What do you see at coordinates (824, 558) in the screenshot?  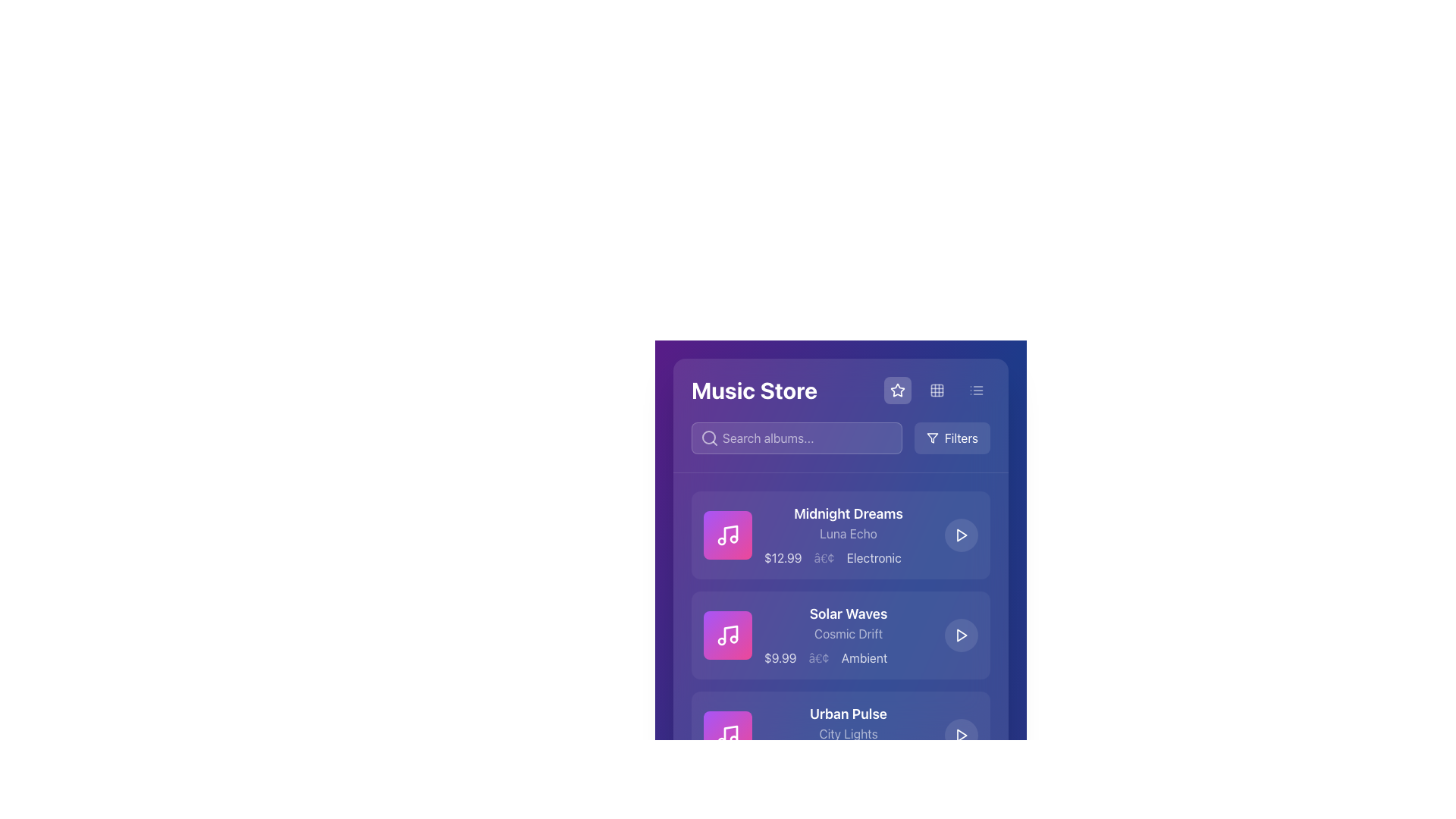 I see `the textual delimiter that visually separates the price '$12.99' and the genre 'Electronic' in the album information for 'Midnight Dreams'` at bounding box center [824, 558].